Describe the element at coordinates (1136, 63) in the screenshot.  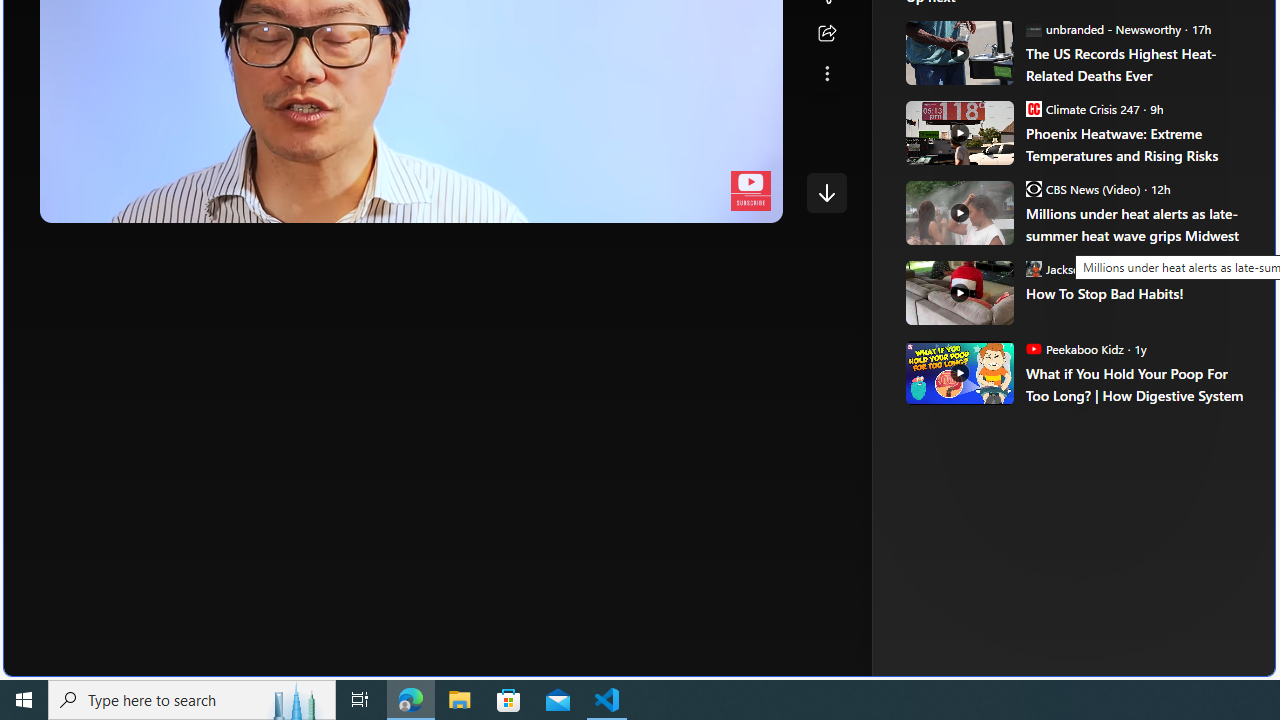
I see `'The US Records Highest Heat-Related Deaths Ever'` at that location.